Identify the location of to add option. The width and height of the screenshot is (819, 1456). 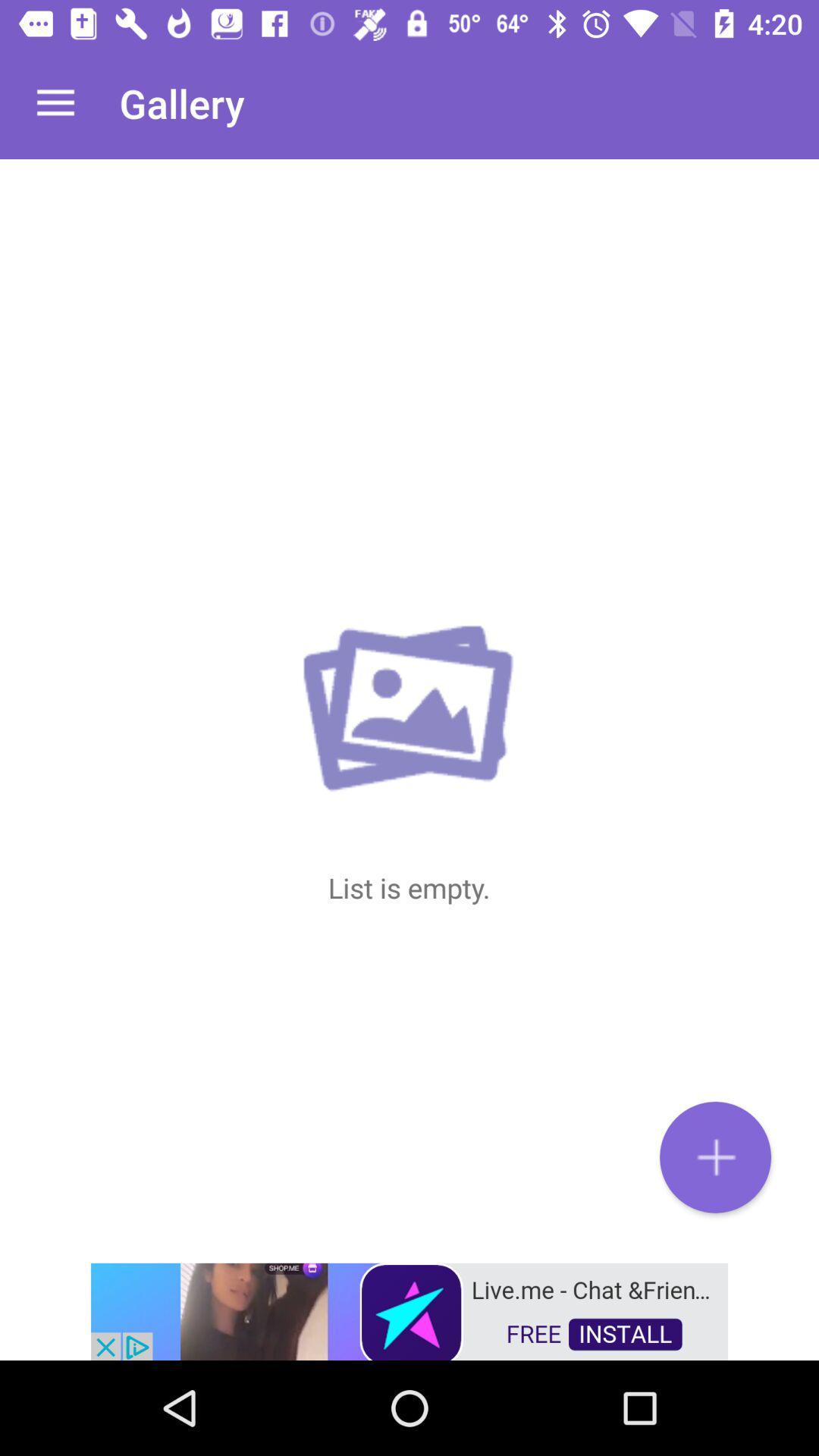
(715, 1156).